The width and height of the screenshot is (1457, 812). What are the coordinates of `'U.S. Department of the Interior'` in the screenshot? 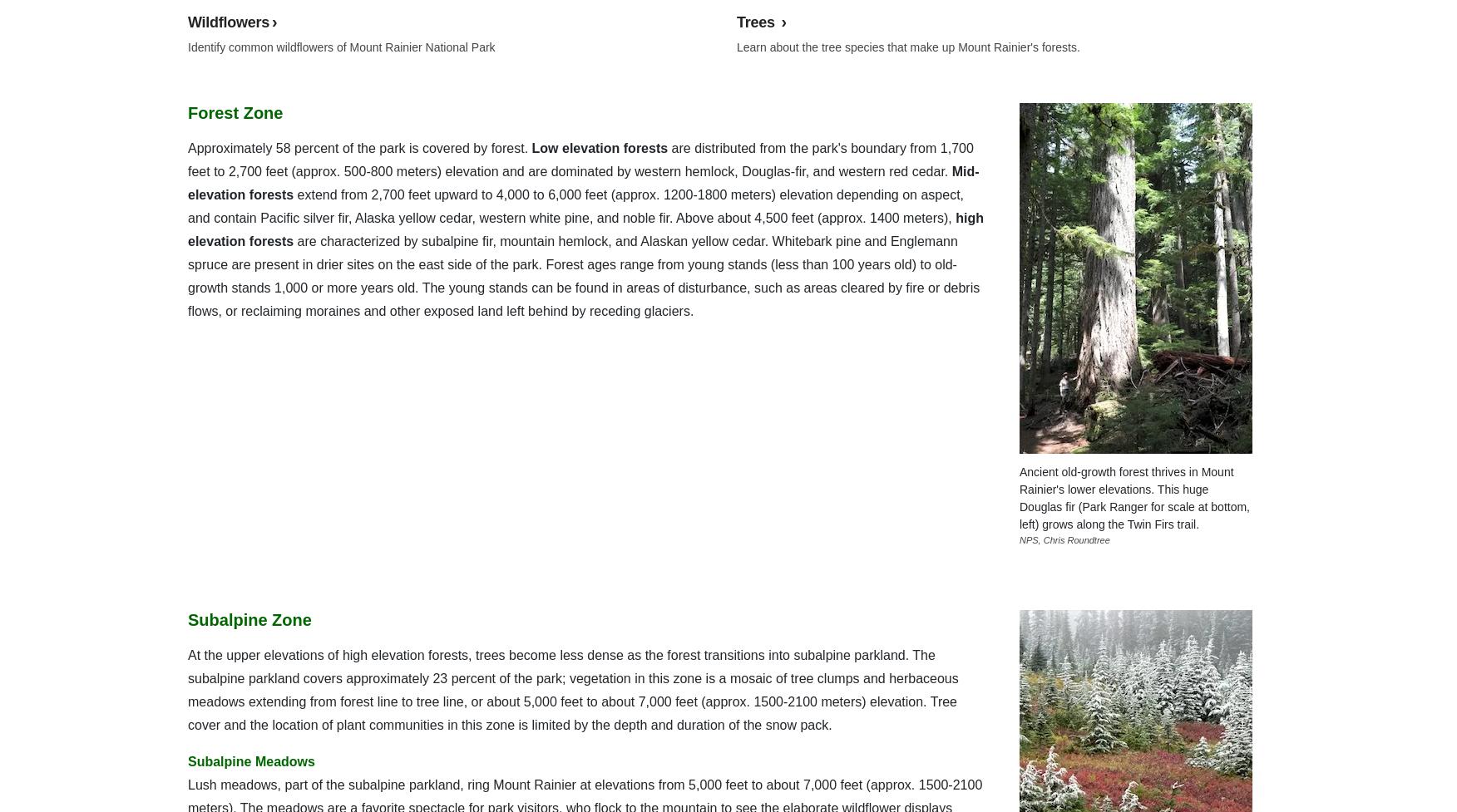 It's located at (1142, 39).